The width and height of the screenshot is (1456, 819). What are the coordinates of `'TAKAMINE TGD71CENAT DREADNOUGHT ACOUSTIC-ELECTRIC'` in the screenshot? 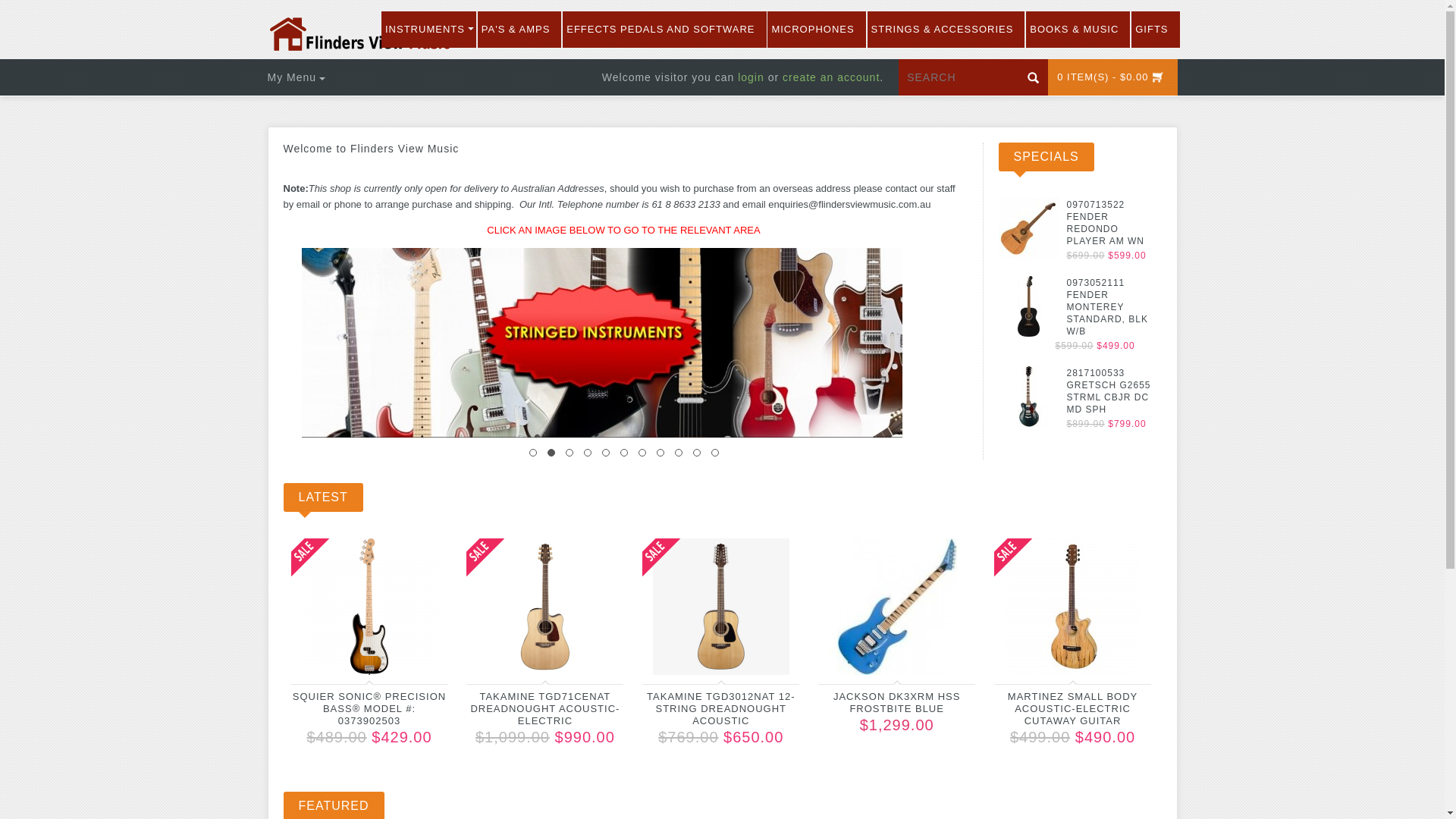 It's located at (469, 708).